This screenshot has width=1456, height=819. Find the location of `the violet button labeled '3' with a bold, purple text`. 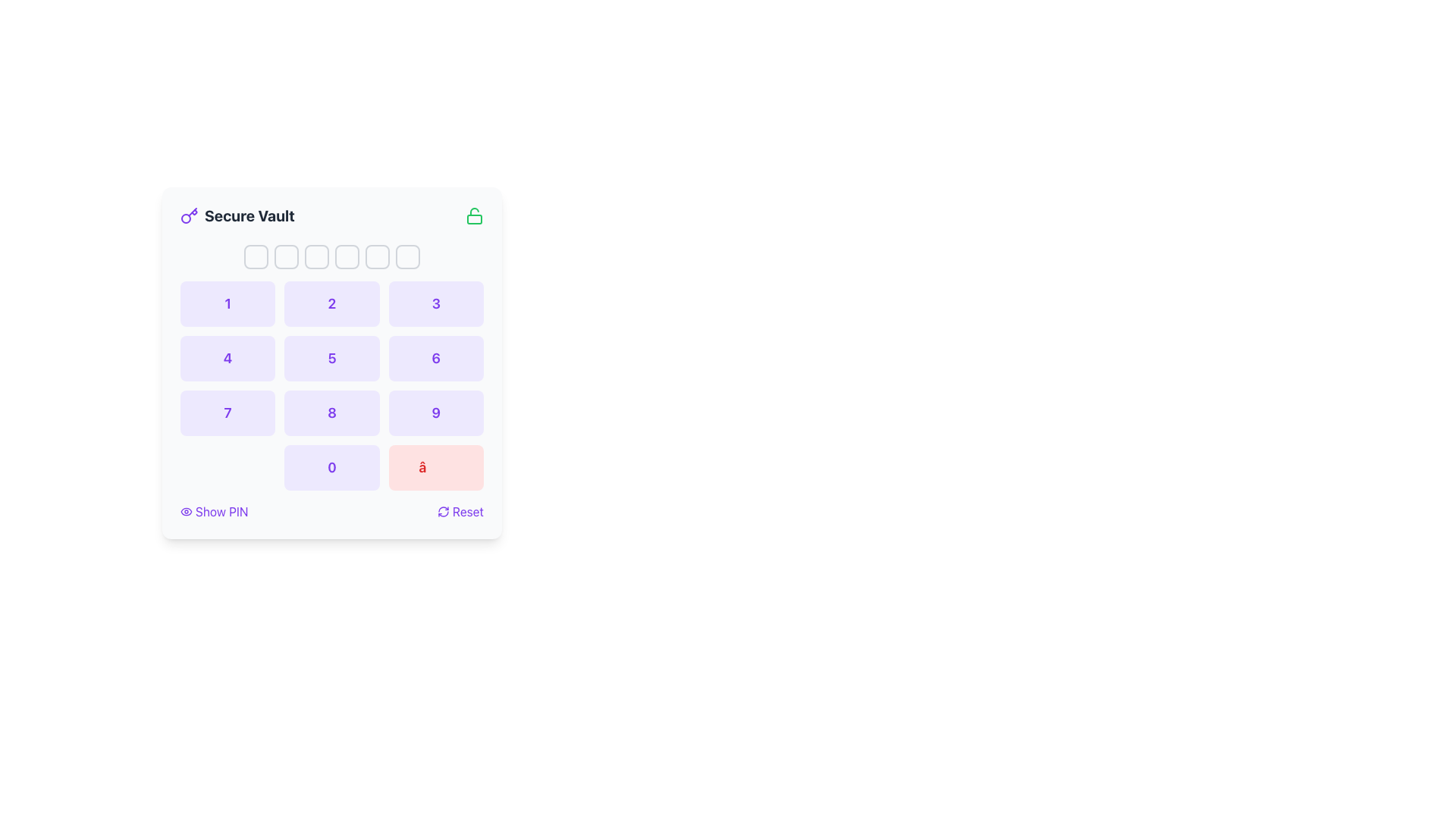

the violet button labeled '3' with a bold, purple text is located at coordinates (435, 304).